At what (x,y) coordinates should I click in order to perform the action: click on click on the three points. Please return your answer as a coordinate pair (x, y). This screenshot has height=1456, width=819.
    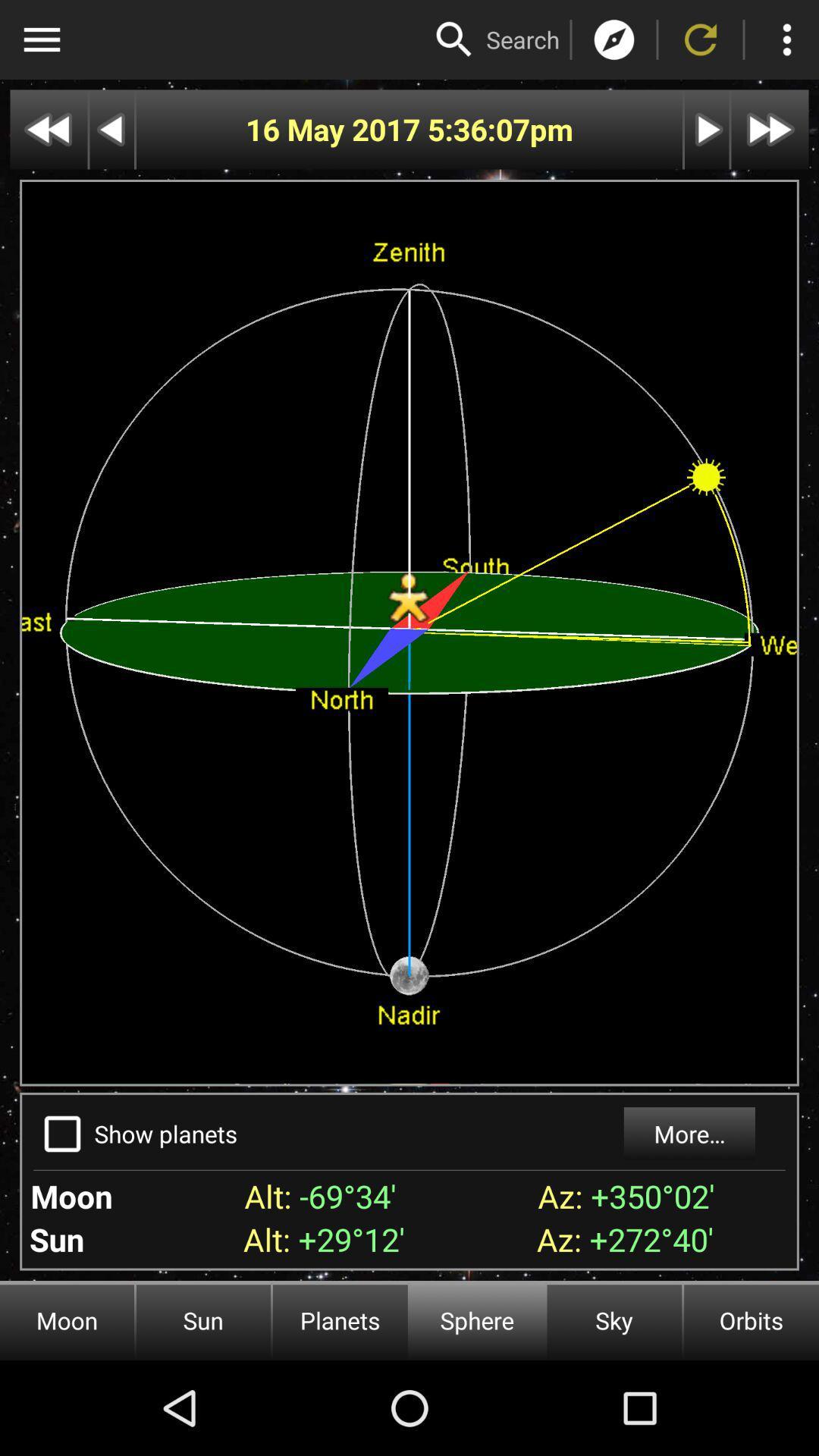
    Looking at the image, I should click on (786, 39).